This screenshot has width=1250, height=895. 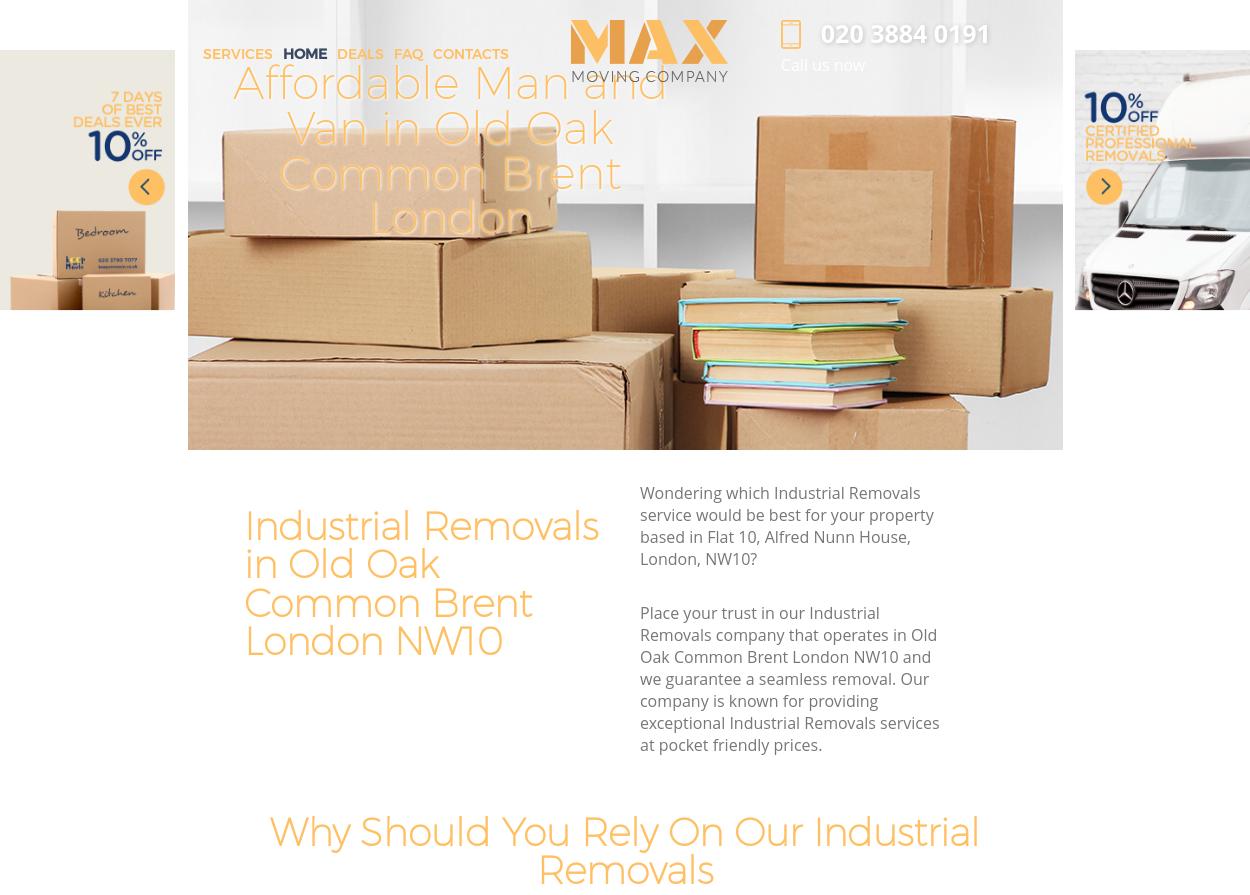 I want to click on 'Industrial Removals in Old Oak Common Brent London NW10', so click(x=420, y=582).